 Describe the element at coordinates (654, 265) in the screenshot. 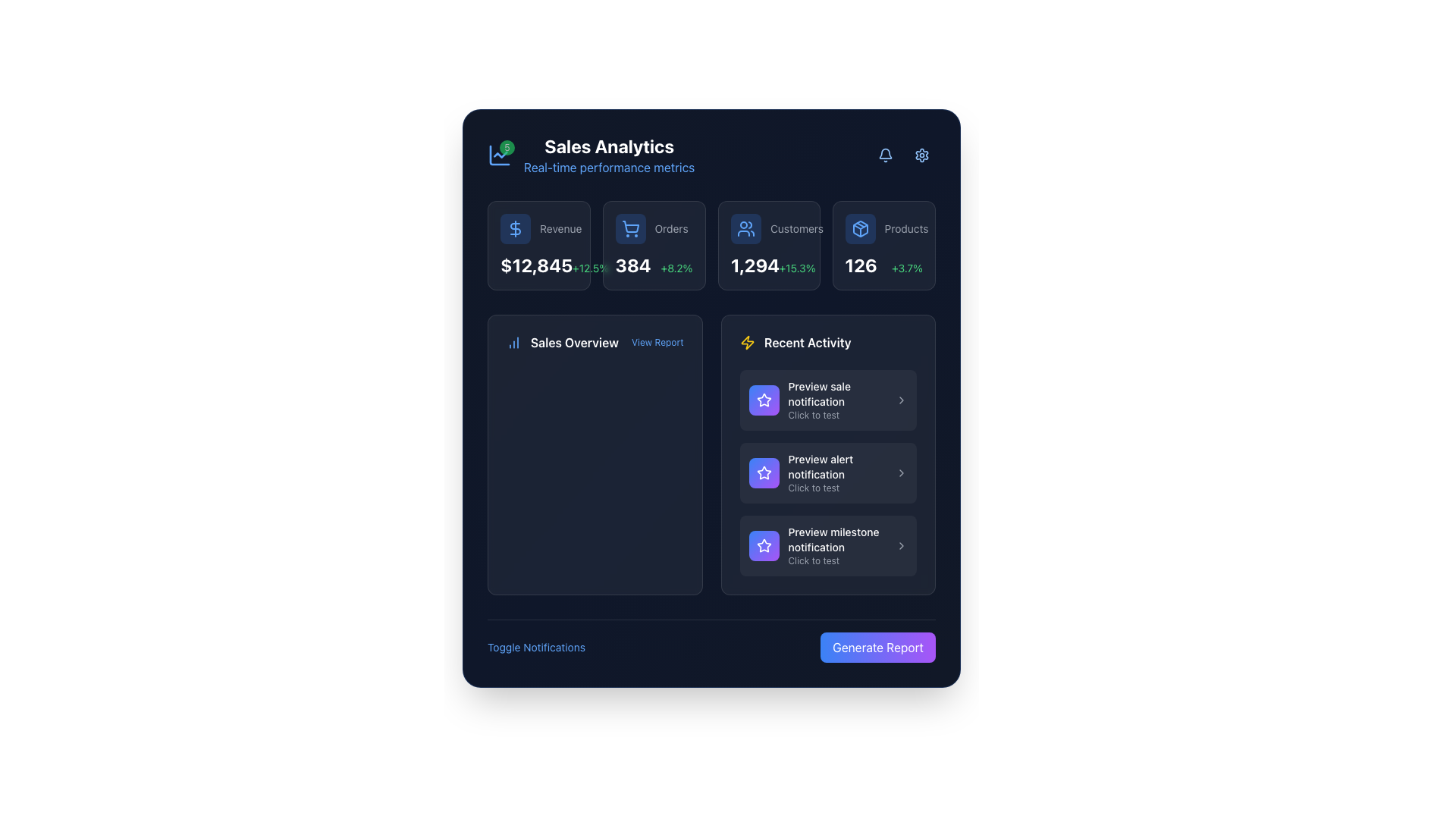

I see `the Informational display showing the number '384' and the percentage '+8.2%' within the 'Orders' card, which is positioned centrally beneath the label 'Orders'` at that location.